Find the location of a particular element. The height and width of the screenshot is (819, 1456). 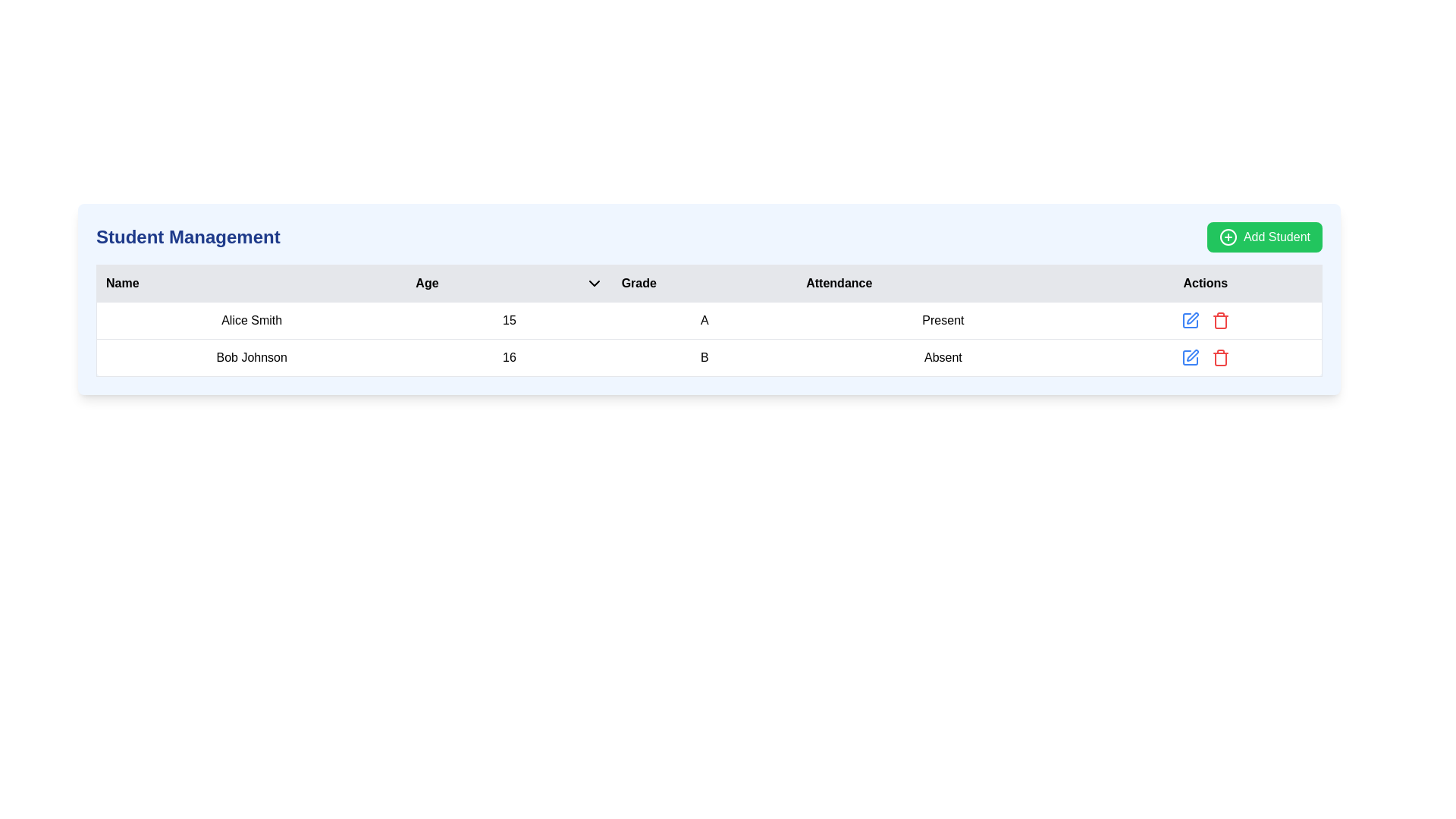

the button located at the top-right corner of the 'Student Management' section to initiate adding a new student is located at coordinates (1264, 237).